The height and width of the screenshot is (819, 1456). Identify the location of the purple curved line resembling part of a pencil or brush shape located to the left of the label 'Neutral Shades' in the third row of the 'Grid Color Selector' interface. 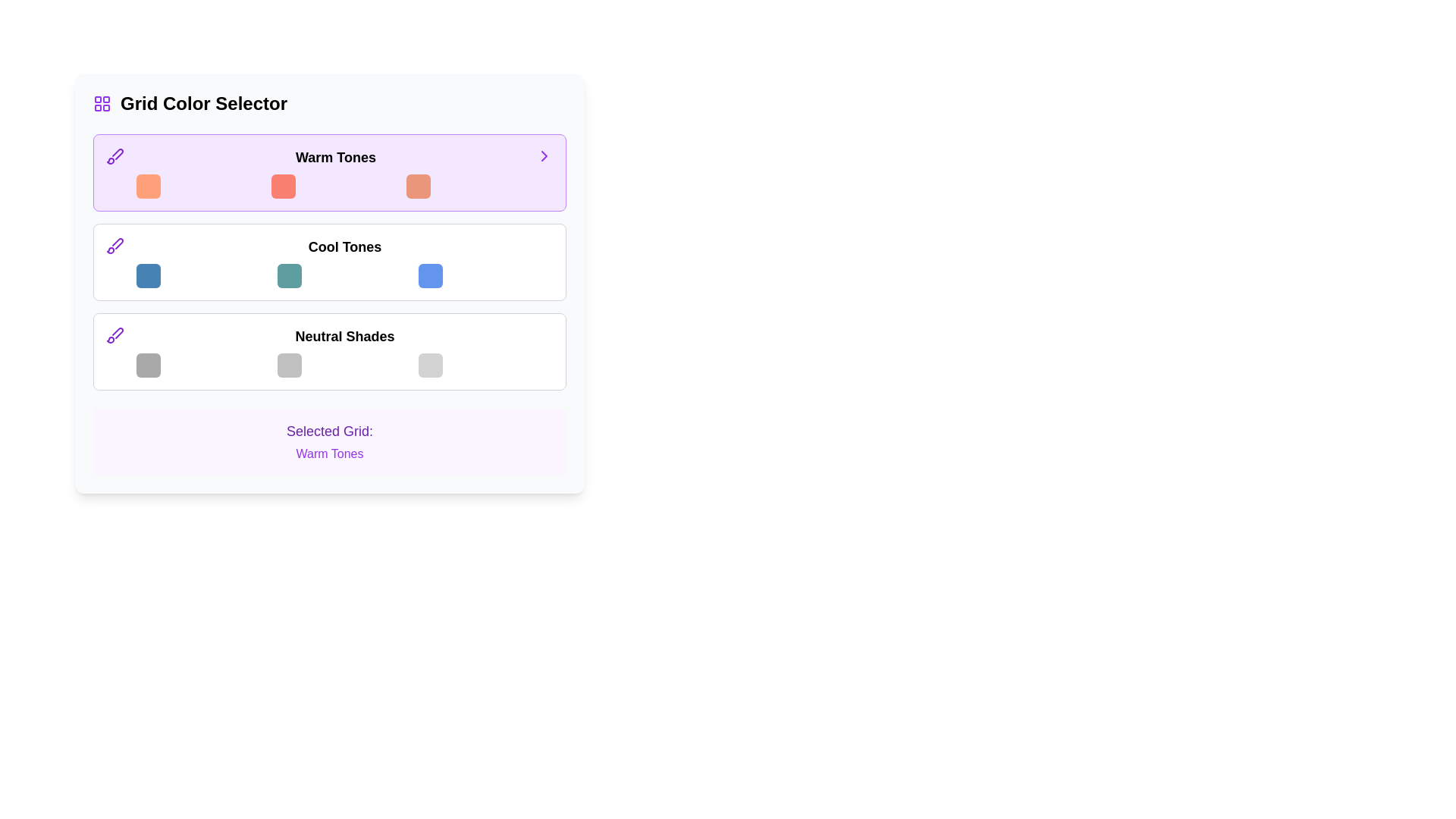
(117, 243).